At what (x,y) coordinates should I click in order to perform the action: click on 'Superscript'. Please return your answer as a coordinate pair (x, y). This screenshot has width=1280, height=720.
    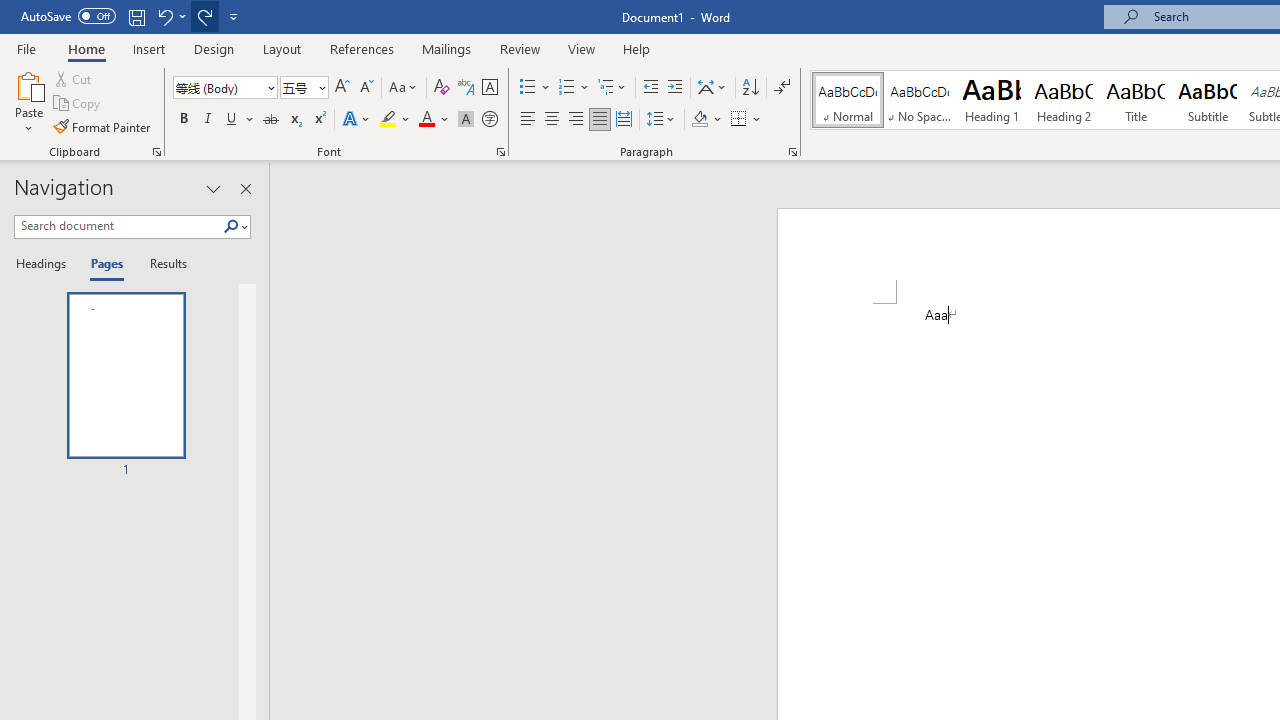
    Looking at the image, I should click on (318, 119).